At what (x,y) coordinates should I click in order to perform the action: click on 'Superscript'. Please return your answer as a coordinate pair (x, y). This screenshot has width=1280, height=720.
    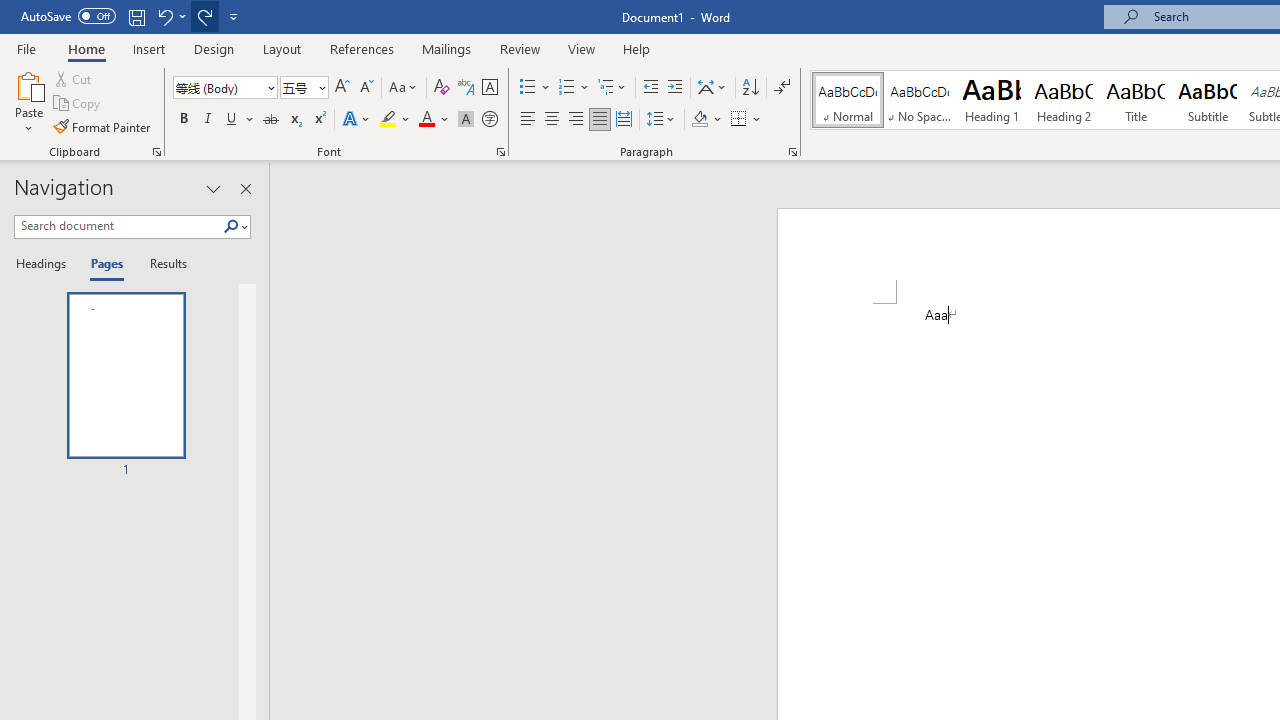
    Looking at the image, I should click on (318, 119).